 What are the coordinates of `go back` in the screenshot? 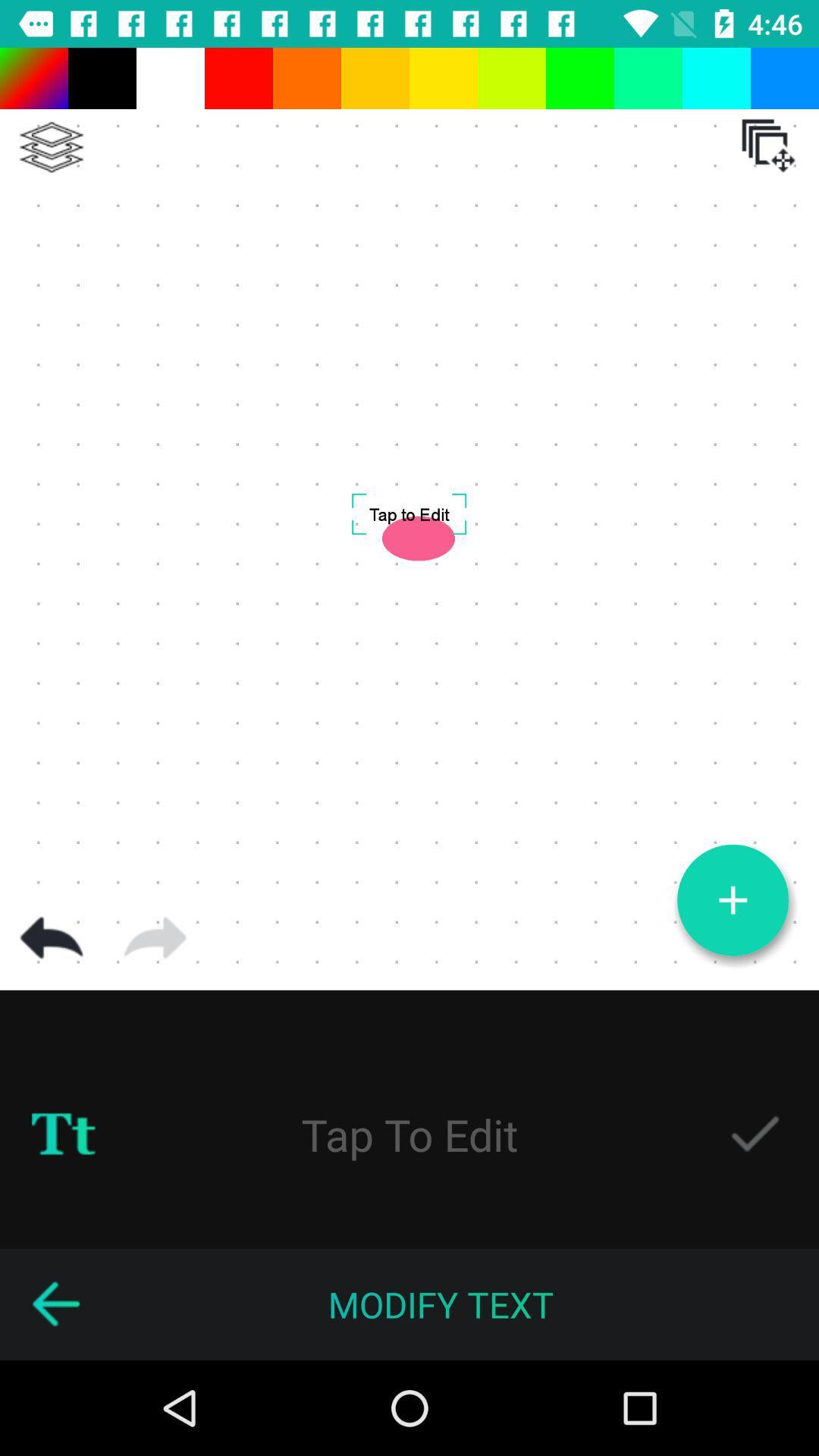 It's located at (51, 937).